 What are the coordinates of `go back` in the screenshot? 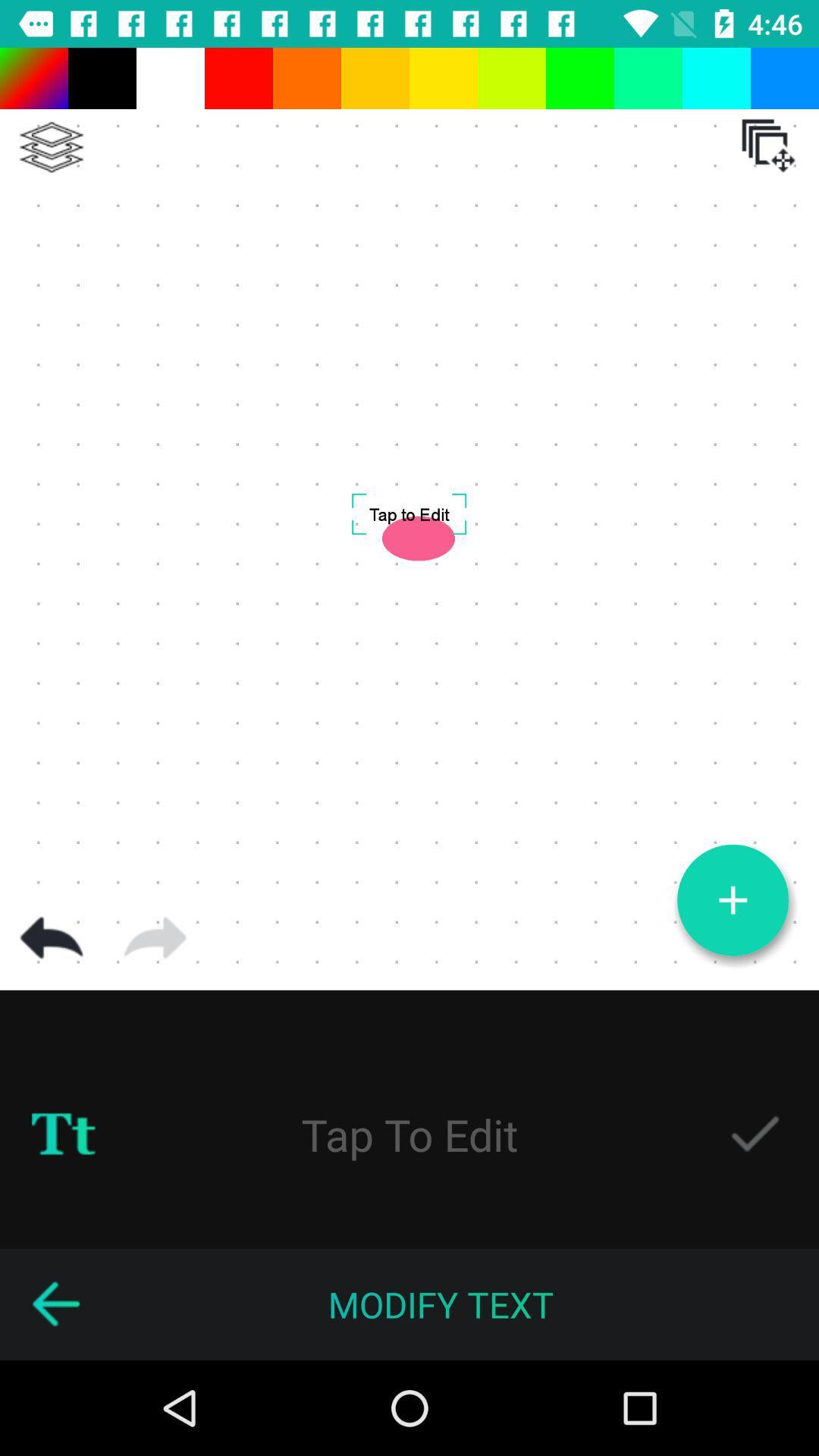 It's located at (51, 937).